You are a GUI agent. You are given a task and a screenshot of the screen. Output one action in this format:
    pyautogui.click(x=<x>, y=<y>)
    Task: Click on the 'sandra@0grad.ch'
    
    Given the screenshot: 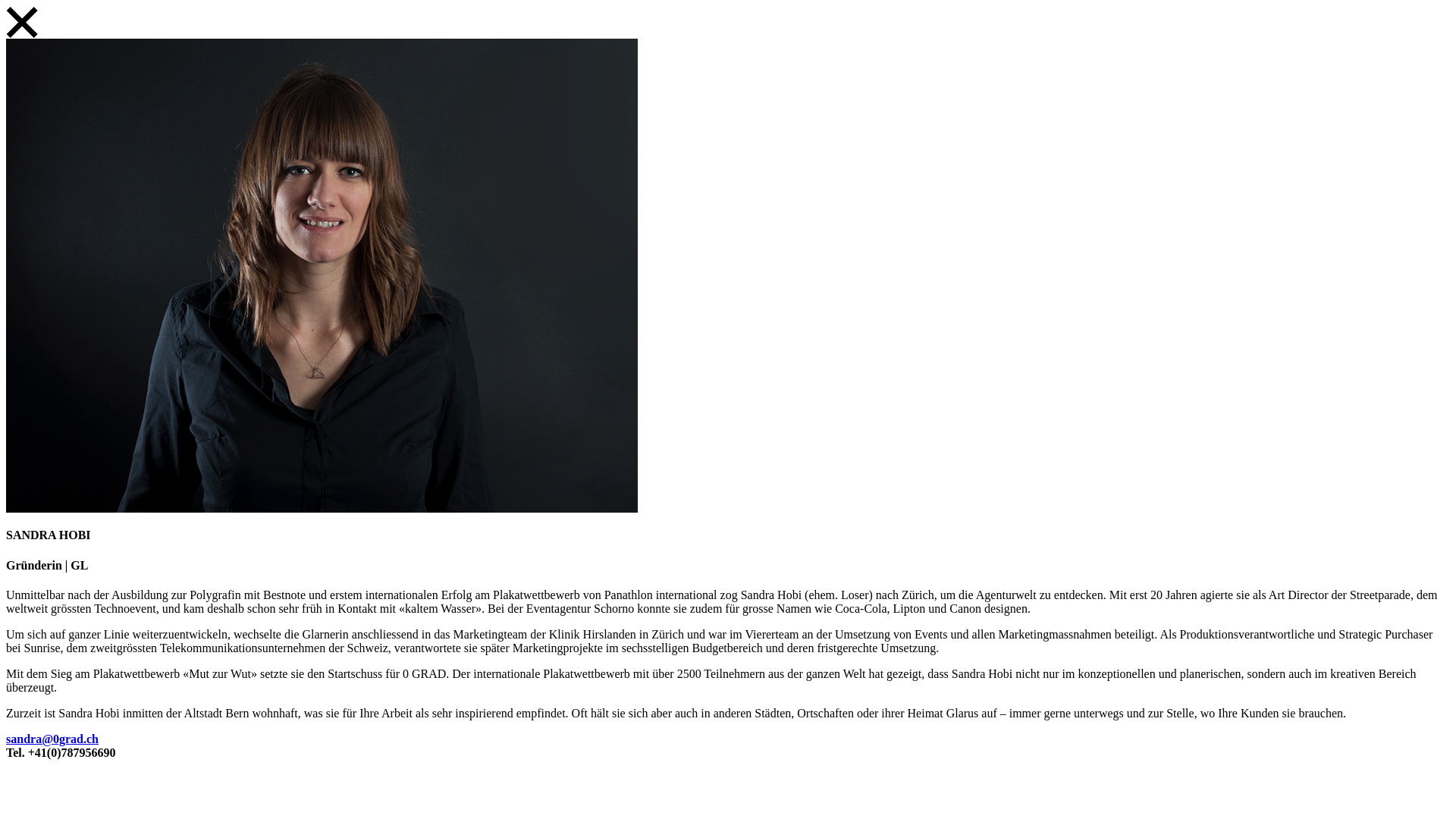 What is the action you would take?
    pyautogui.click(x=52, y=738)
    